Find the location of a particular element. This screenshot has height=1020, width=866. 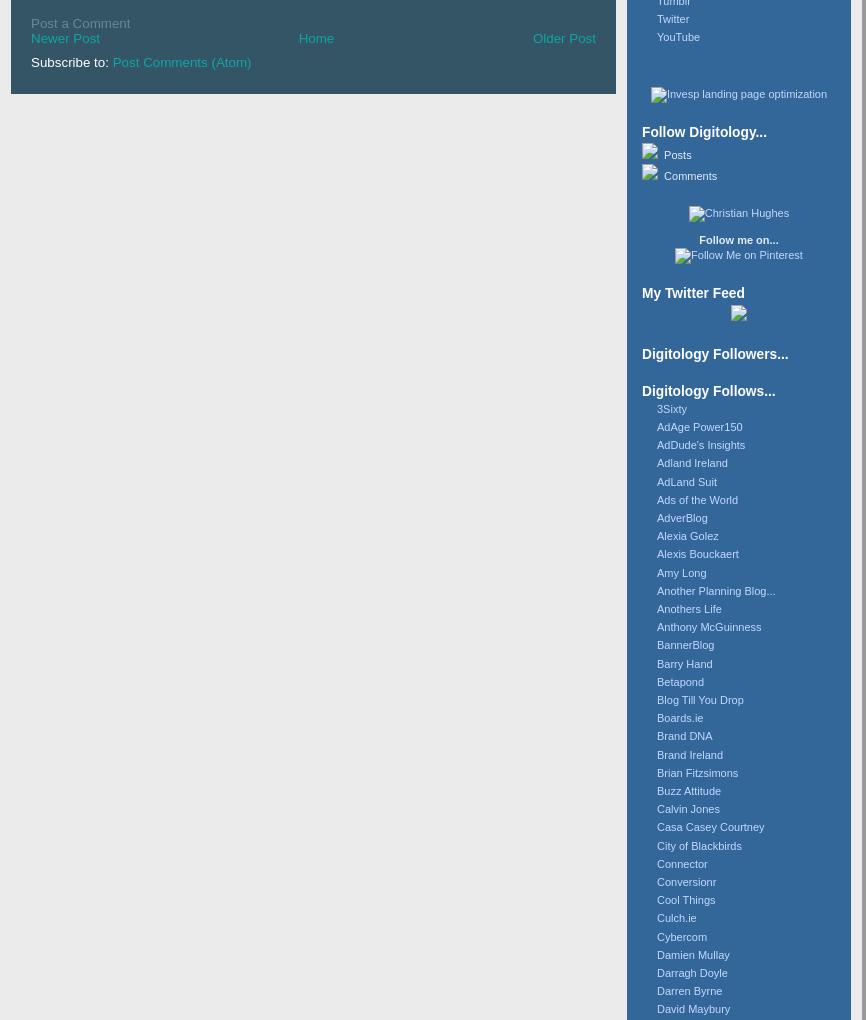

'Alexis Bouckaert' is located at coordinates (656, 552).